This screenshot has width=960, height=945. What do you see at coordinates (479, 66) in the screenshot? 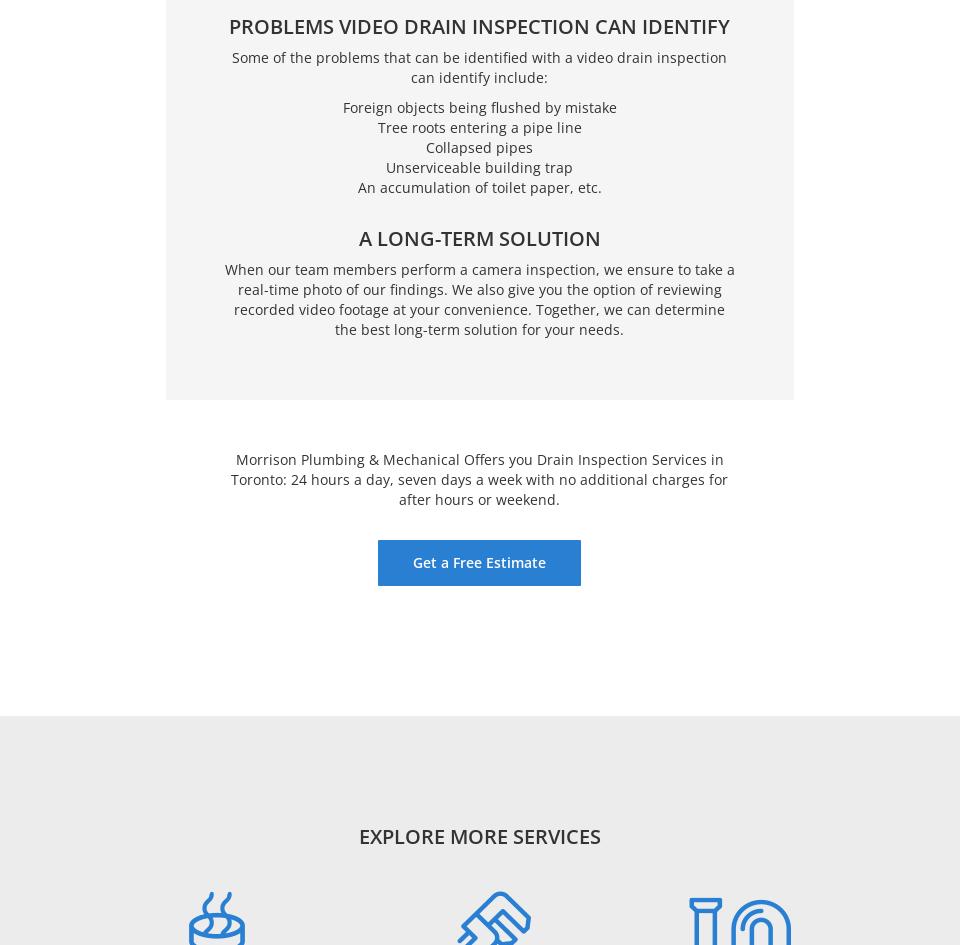
I see `'Some of the problems that can be identified with a video drain inspection can identify include:'` at bounding box center [479, 66].